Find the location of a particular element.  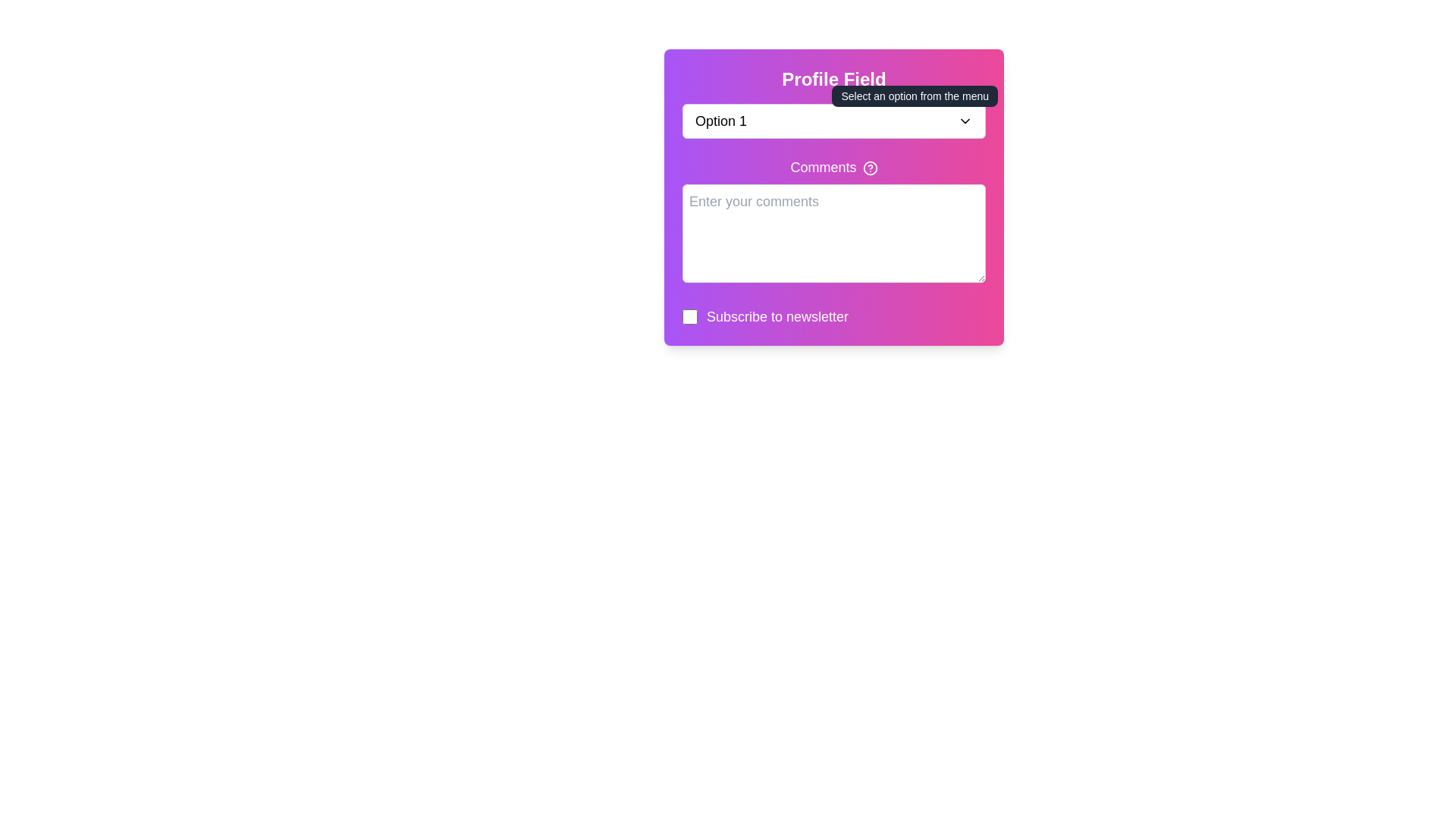

the multiline text input field with placeholder 'Enter your comments' to enable input is located at coordinates (833, 234).